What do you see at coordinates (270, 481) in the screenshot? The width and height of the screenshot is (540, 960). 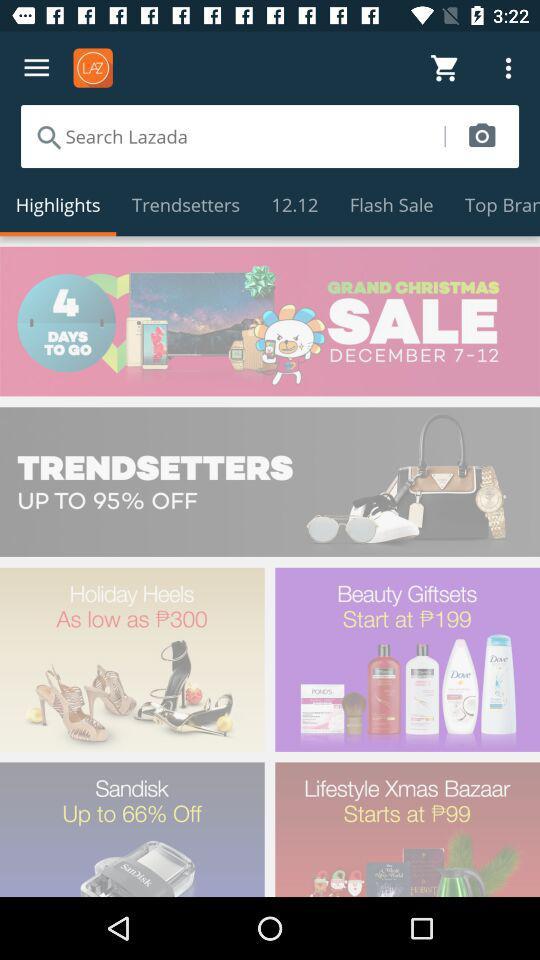 I see `direct to x shopping` at bounding box center [270, 481].